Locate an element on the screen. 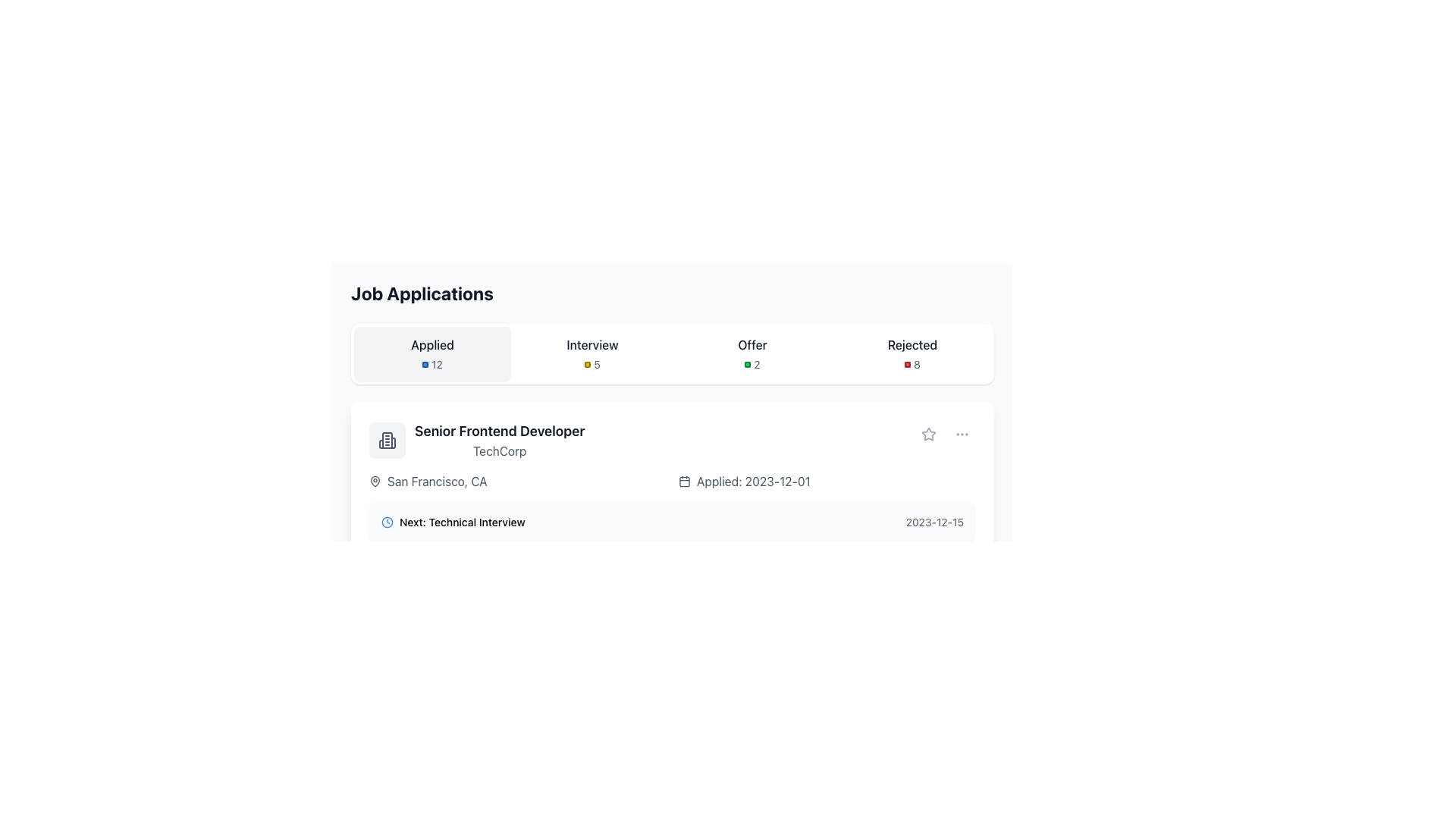  informational text element displaying 'Offer' with a green circle indicator and the number '2', which is center-aligned in a horizontal list is located at coordinates (752, 353).